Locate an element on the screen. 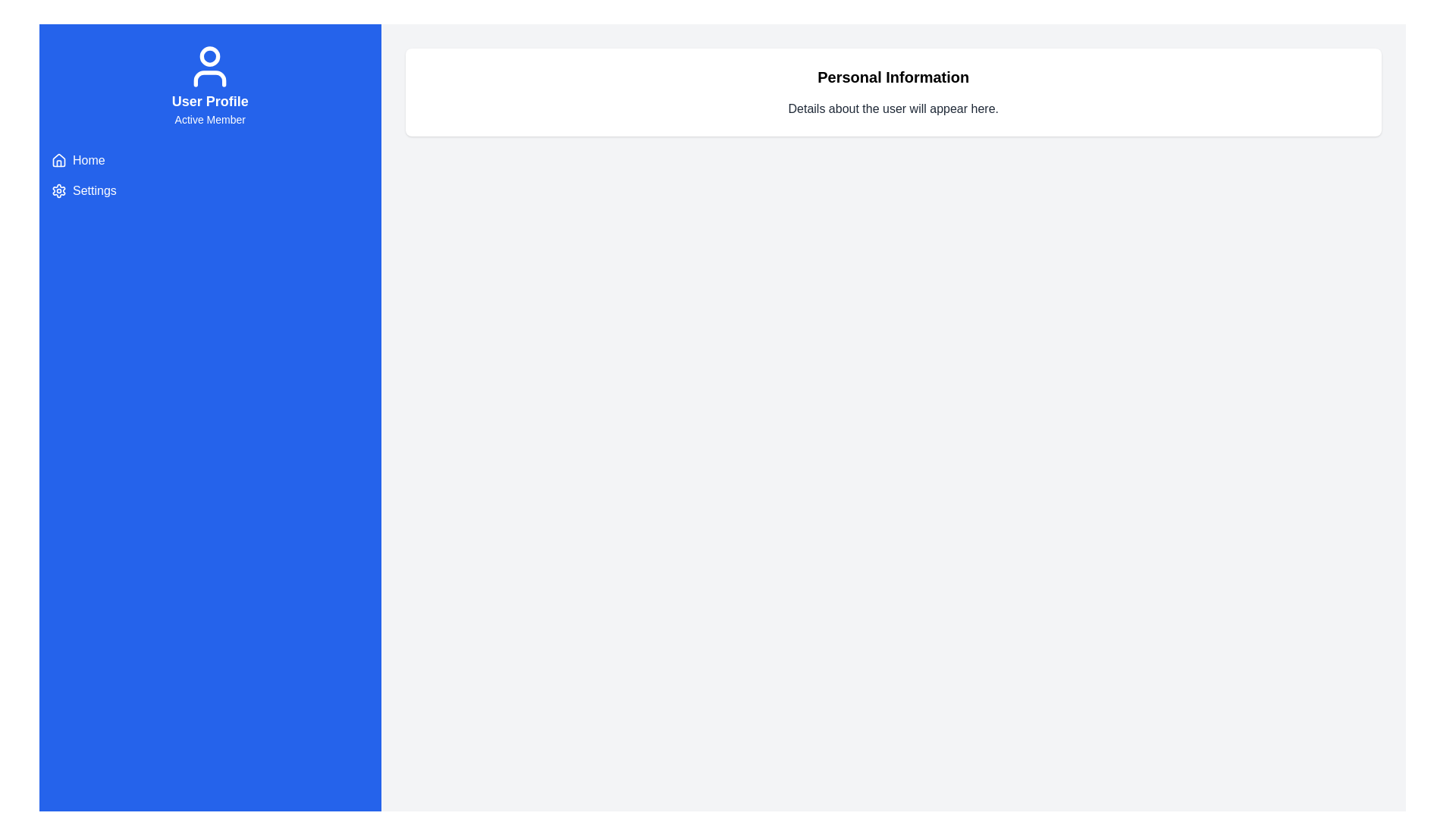 The height and width of the screenshot is (819, 1456). the upper circular part of the user profile icon, which visually represents the head, located just below the top boundary of the icon is located at coordinates (209, 55).